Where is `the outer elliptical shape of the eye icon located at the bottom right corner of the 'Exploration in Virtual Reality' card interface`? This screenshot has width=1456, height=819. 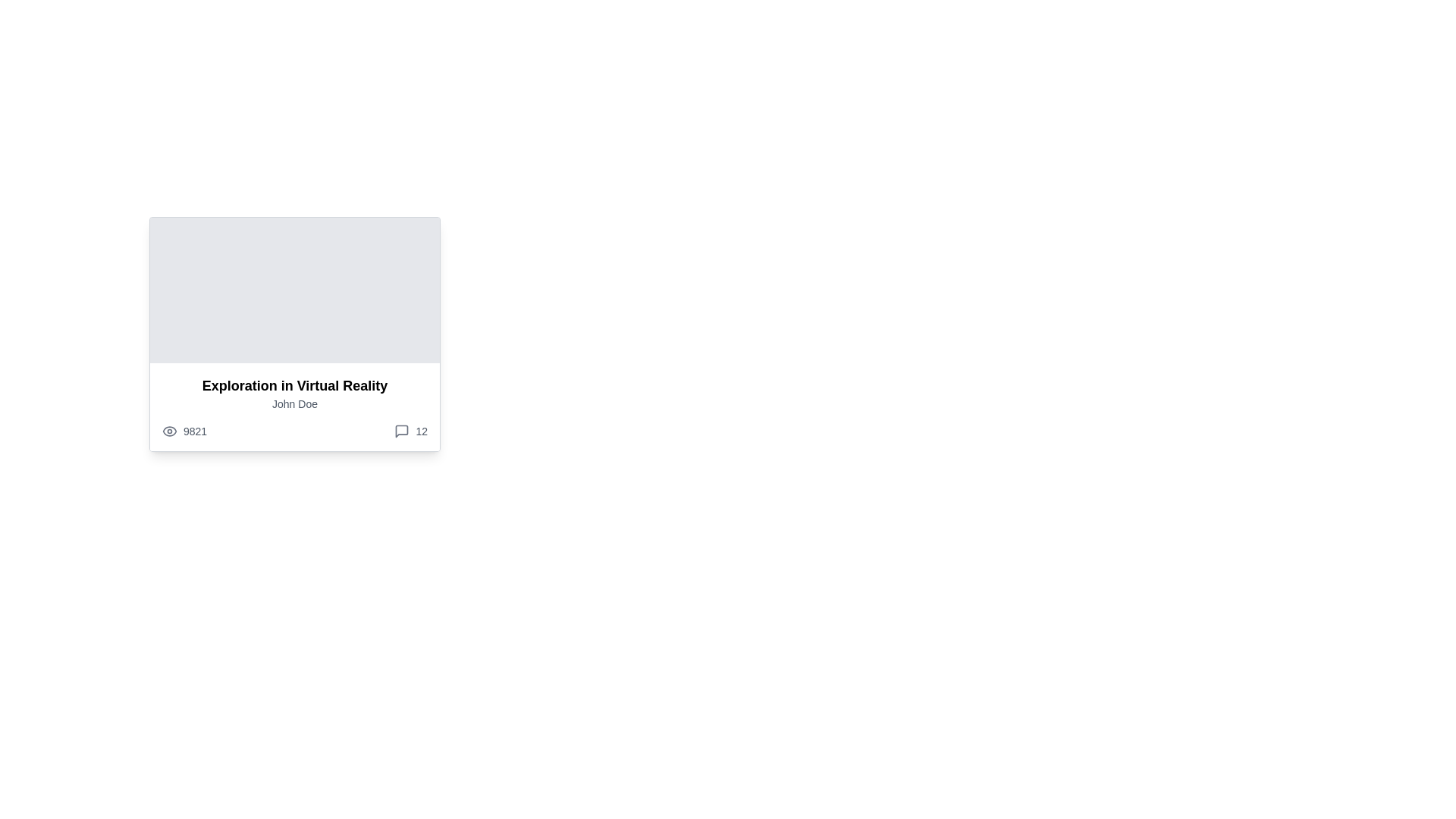
the outer elliptical shape of the eye icon located at the bottom right corner of the 'Exploration in Virtual Reality' card interface is located at coordinates (170, 431).